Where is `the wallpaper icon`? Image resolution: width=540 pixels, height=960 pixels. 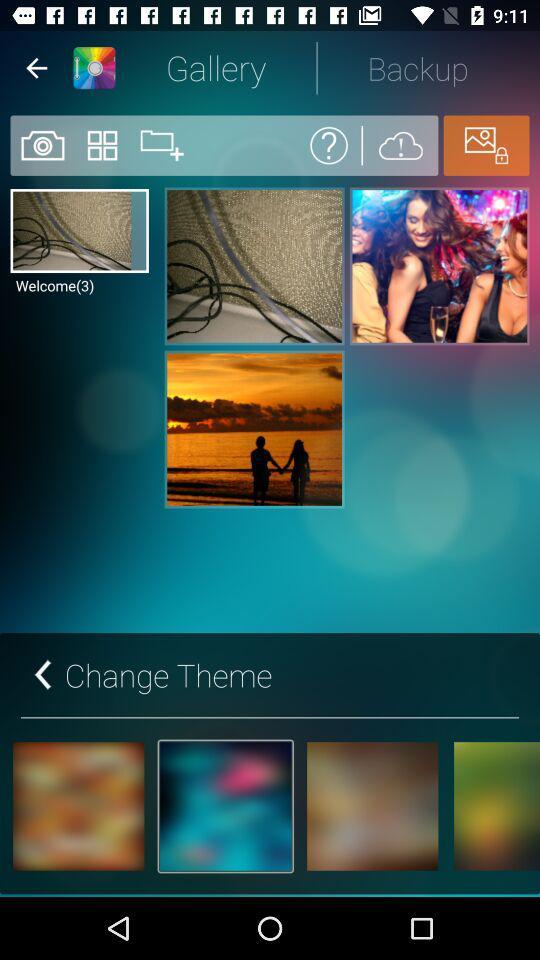 the wallpaper icon is located at coordinates (485, 144).